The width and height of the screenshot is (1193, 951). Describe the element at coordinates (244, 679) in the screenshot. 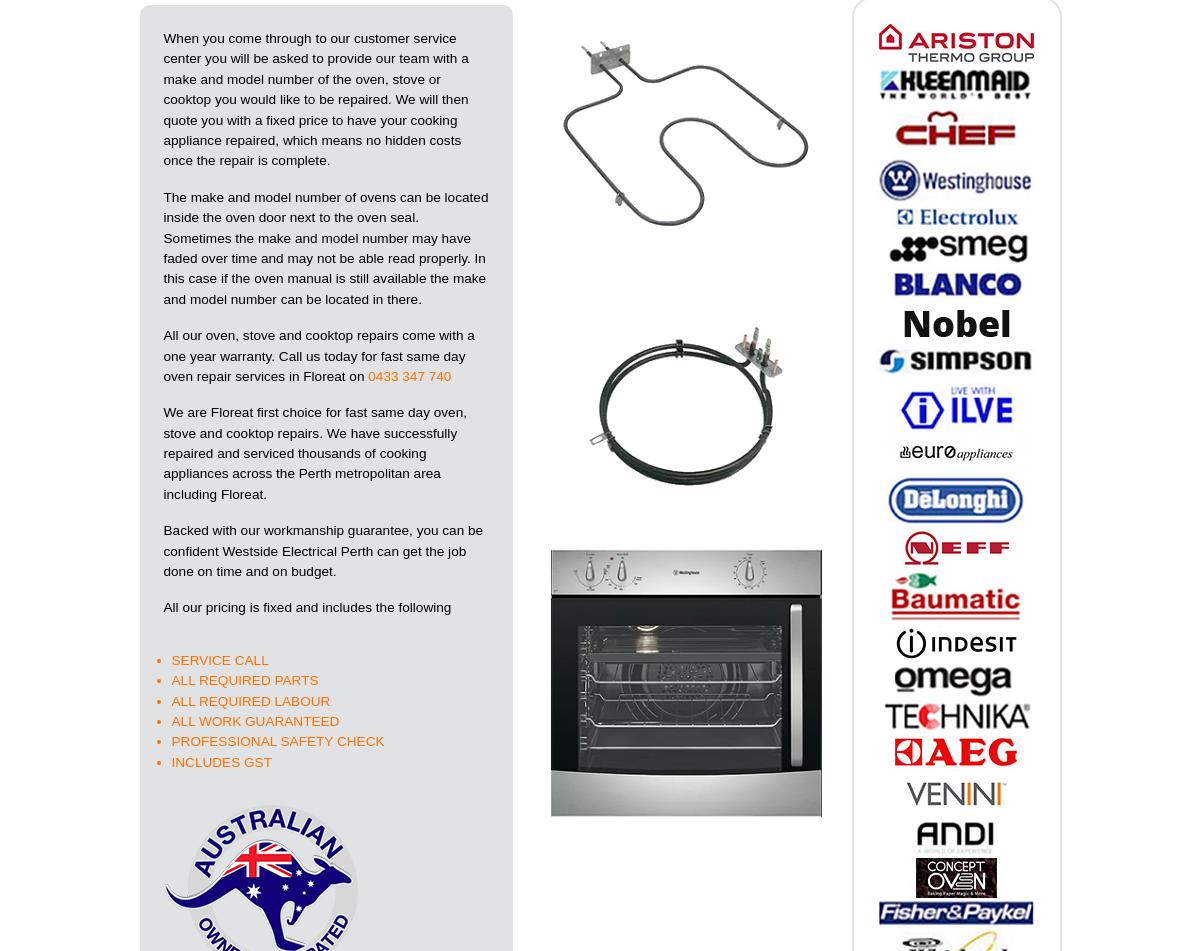

I see `'ALL REQUIRED PARTS'` at that location.